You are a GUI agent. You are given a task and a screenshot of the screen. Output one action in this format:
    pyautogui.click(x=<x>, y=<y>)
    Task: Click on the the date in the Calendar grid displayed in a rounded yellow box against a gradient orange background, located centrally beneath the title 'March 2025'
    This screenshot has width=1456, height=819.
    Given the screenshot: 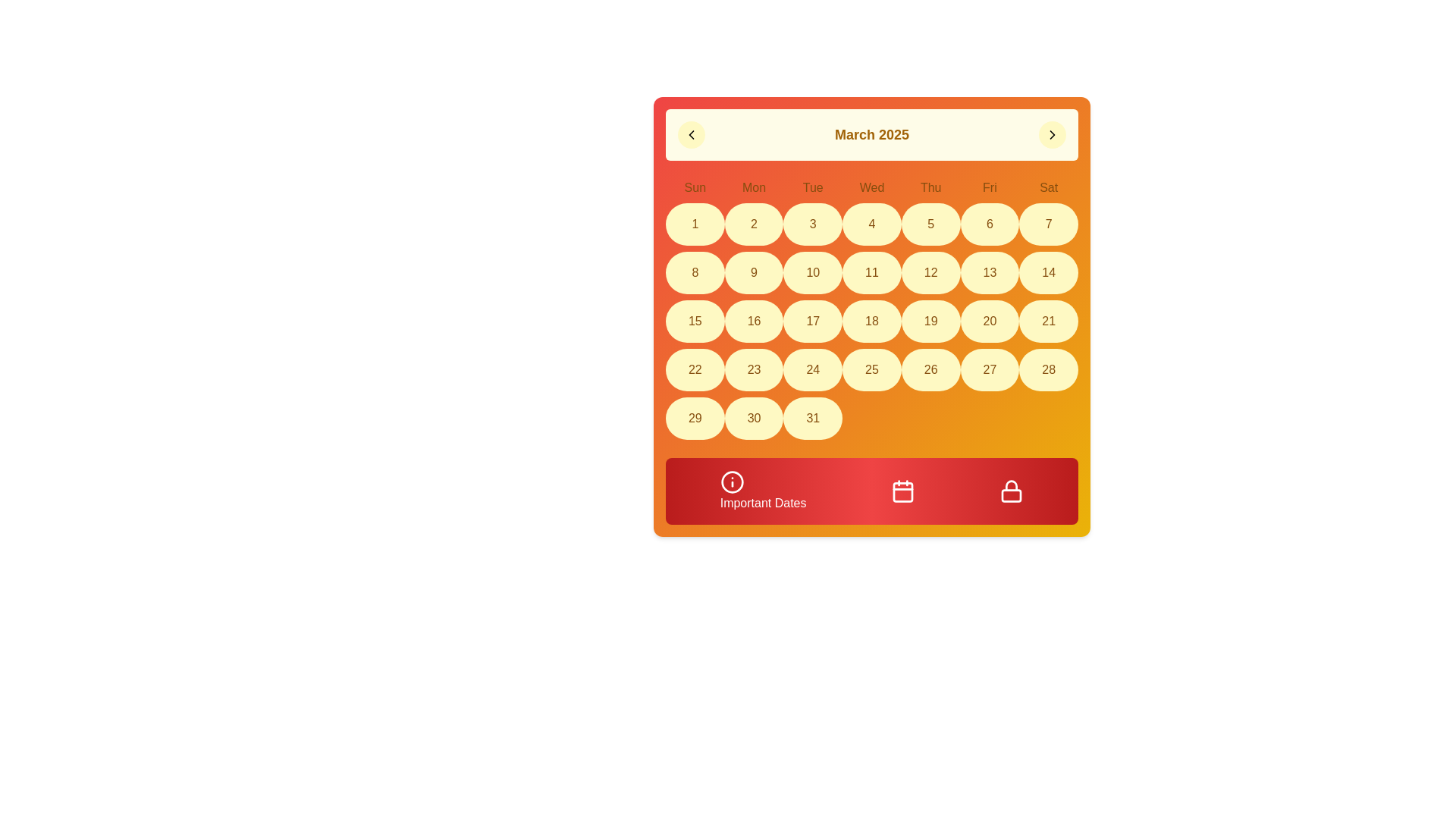 What is the action you would take?
    pyautogui.click(x=872, y=309)
    